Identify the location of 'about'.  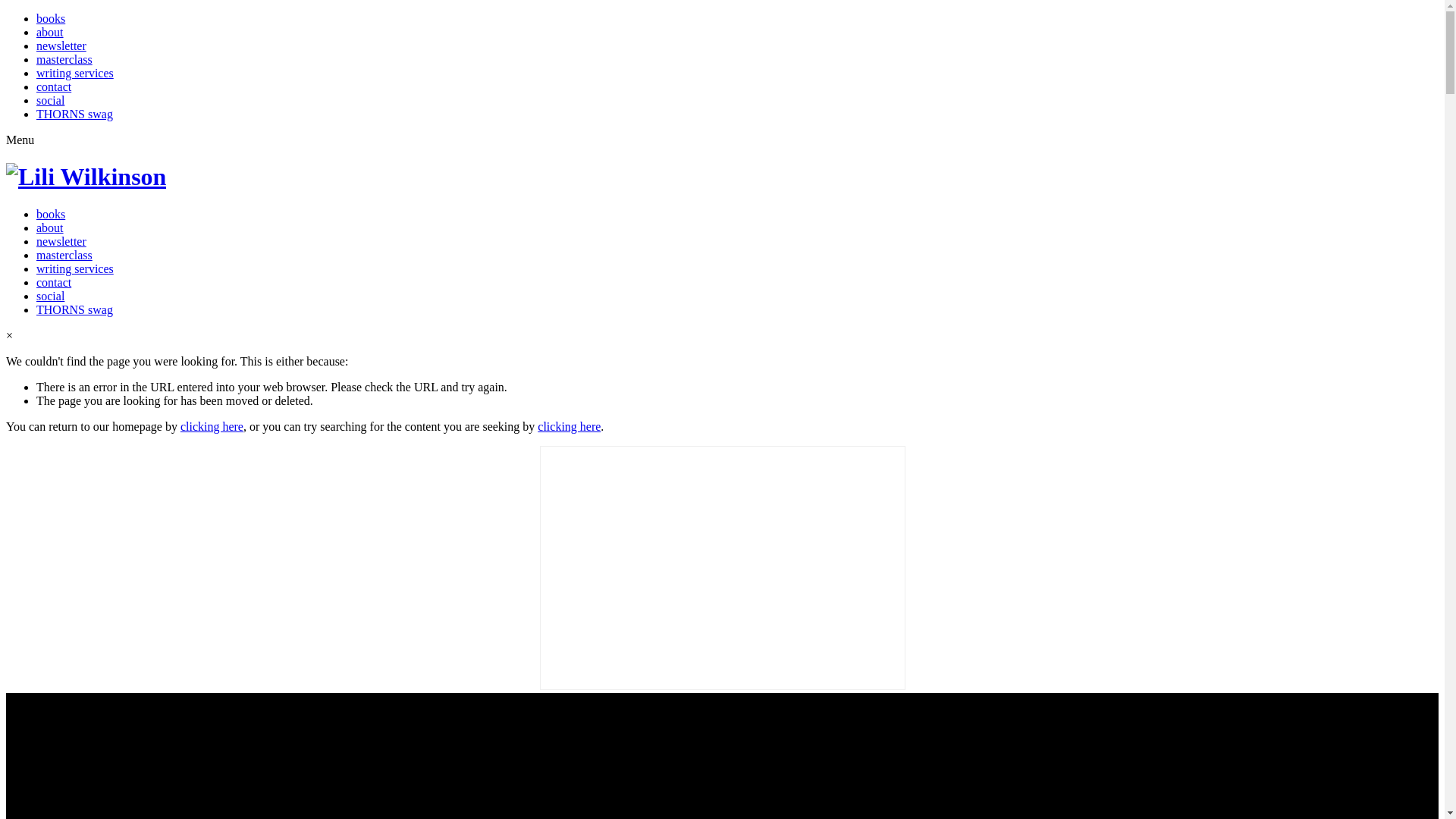
(36, 227).